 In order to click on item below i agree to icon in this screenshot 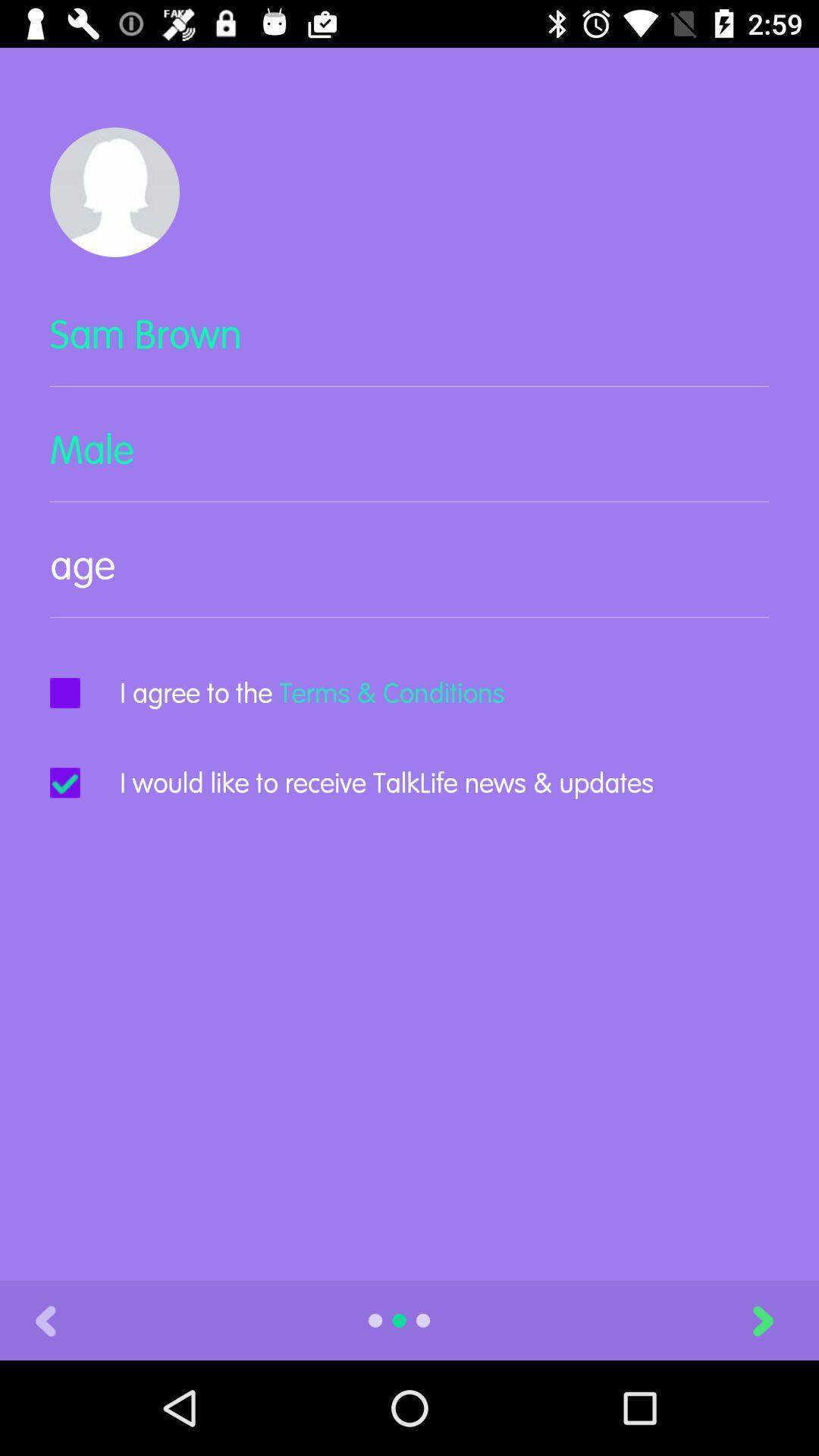, I will do `click(386, 783)`.